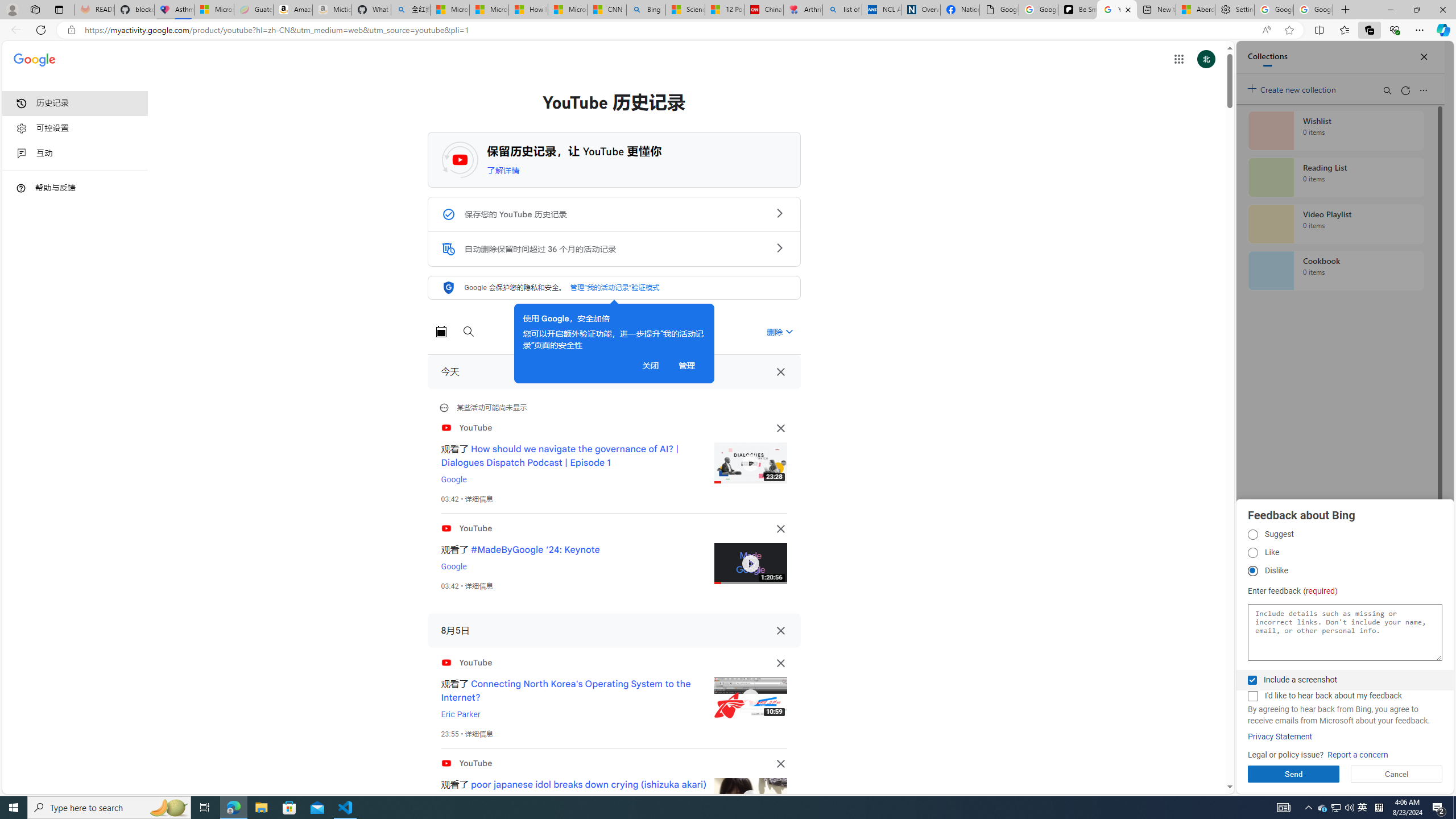 The height and width of the screenshot is (819, 1456). I want to click on 'Include a screenshot Include a screenshot', so click(1252, 679).